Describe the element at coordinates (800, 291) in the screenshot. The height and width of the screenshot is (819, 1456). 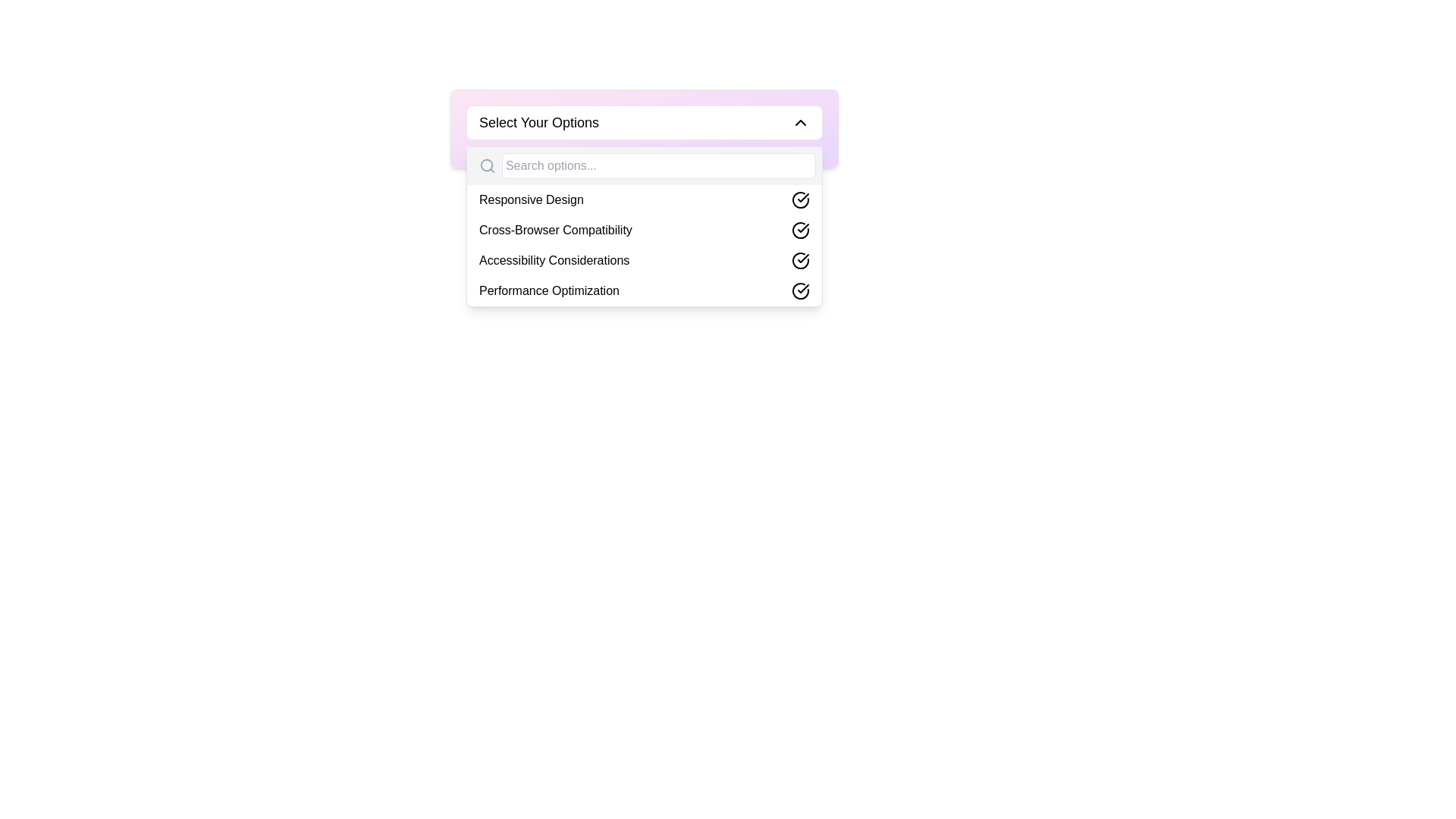
I see `the circular checkmark icon next to the text 'Performance Optimization'` at that location.